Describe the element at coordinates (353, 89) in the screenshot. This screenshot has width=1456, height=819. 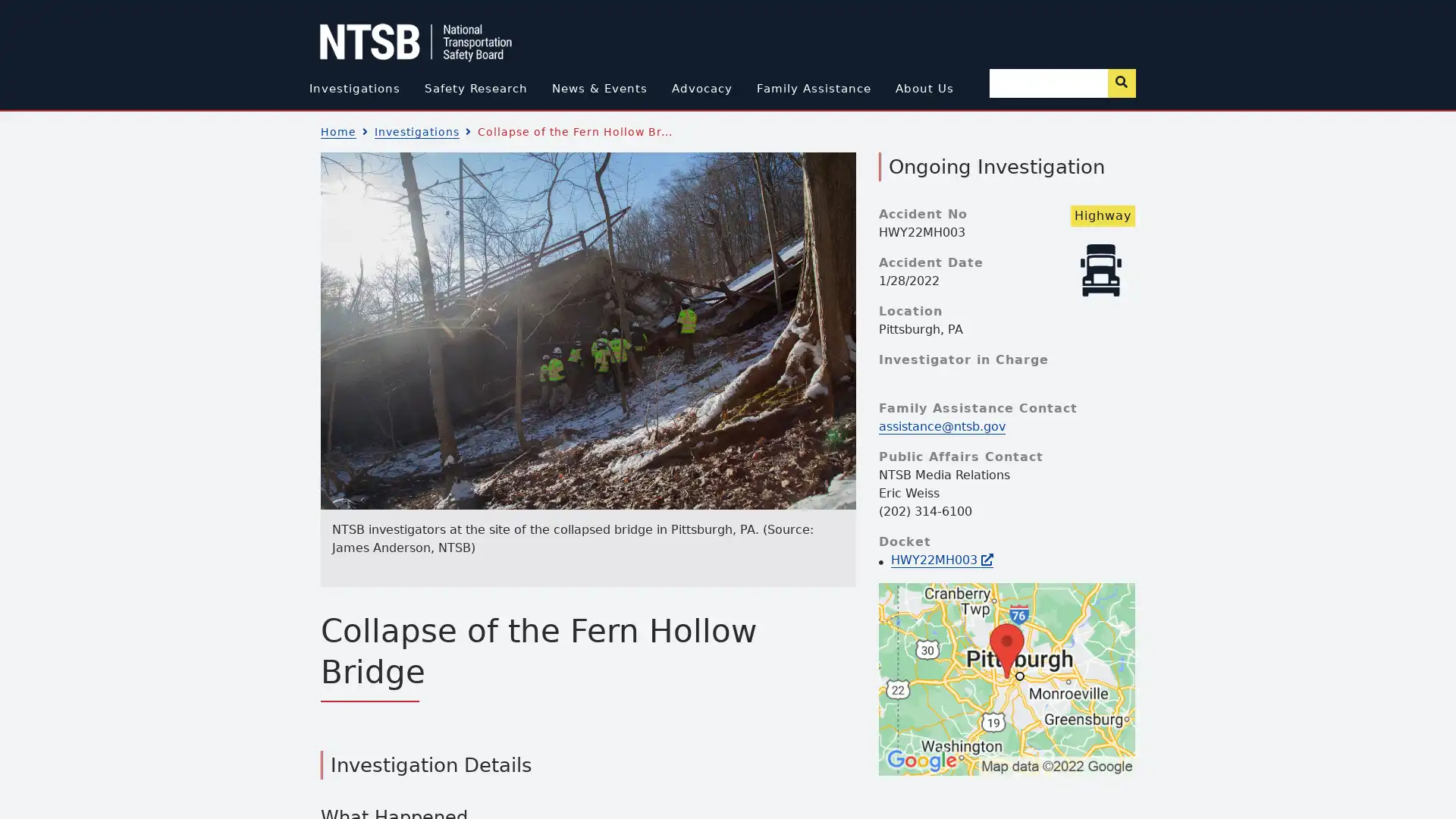
I see `Investigations` at that location.